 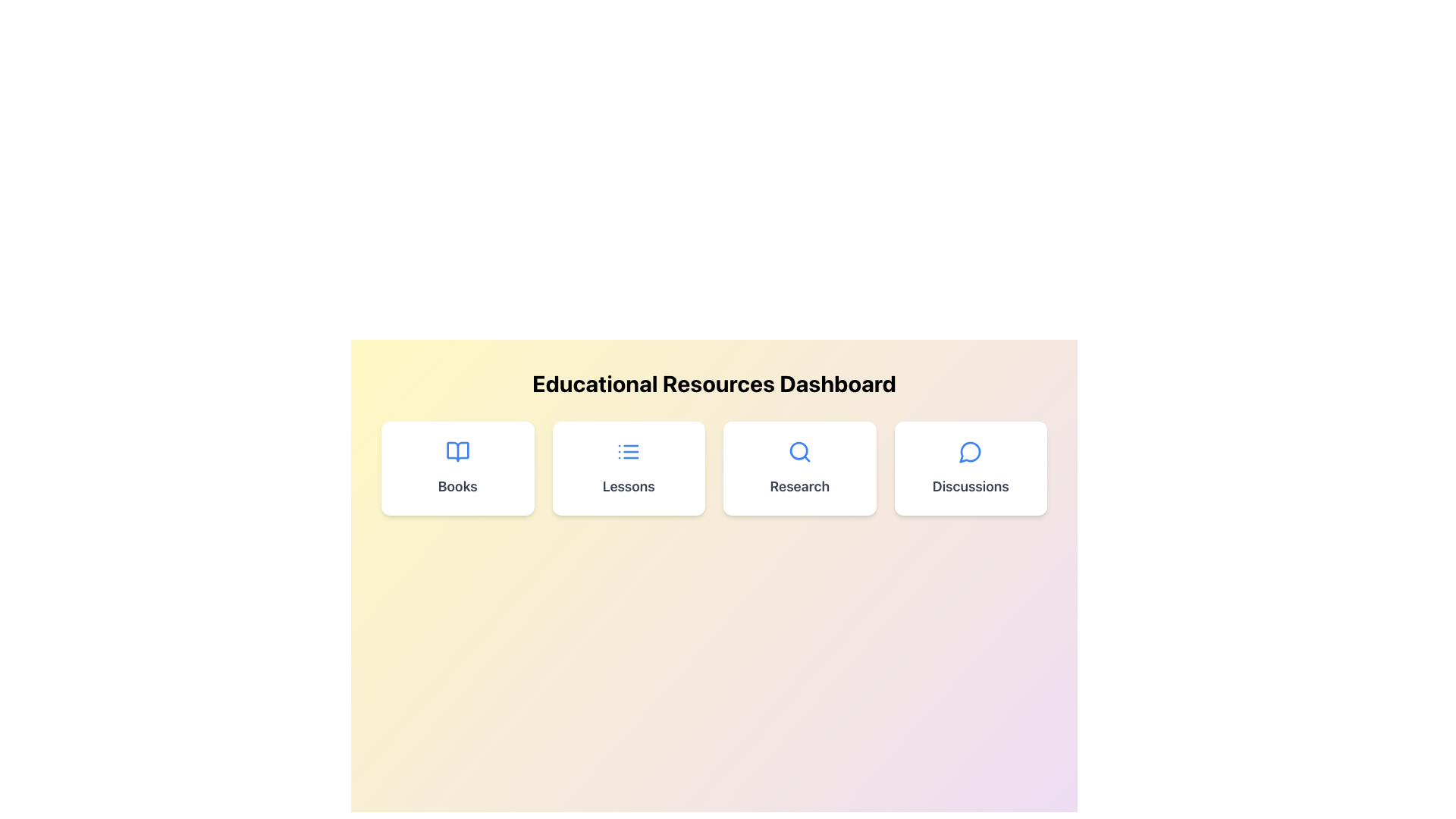 What do you see at coordinates (969, 451) in the screenshot?
I see `the Discussions icon, which visually represents the Discussions feature, located in the fourth position of the horizontal row of cards on the dashboard` at bounding box center [969, 451].